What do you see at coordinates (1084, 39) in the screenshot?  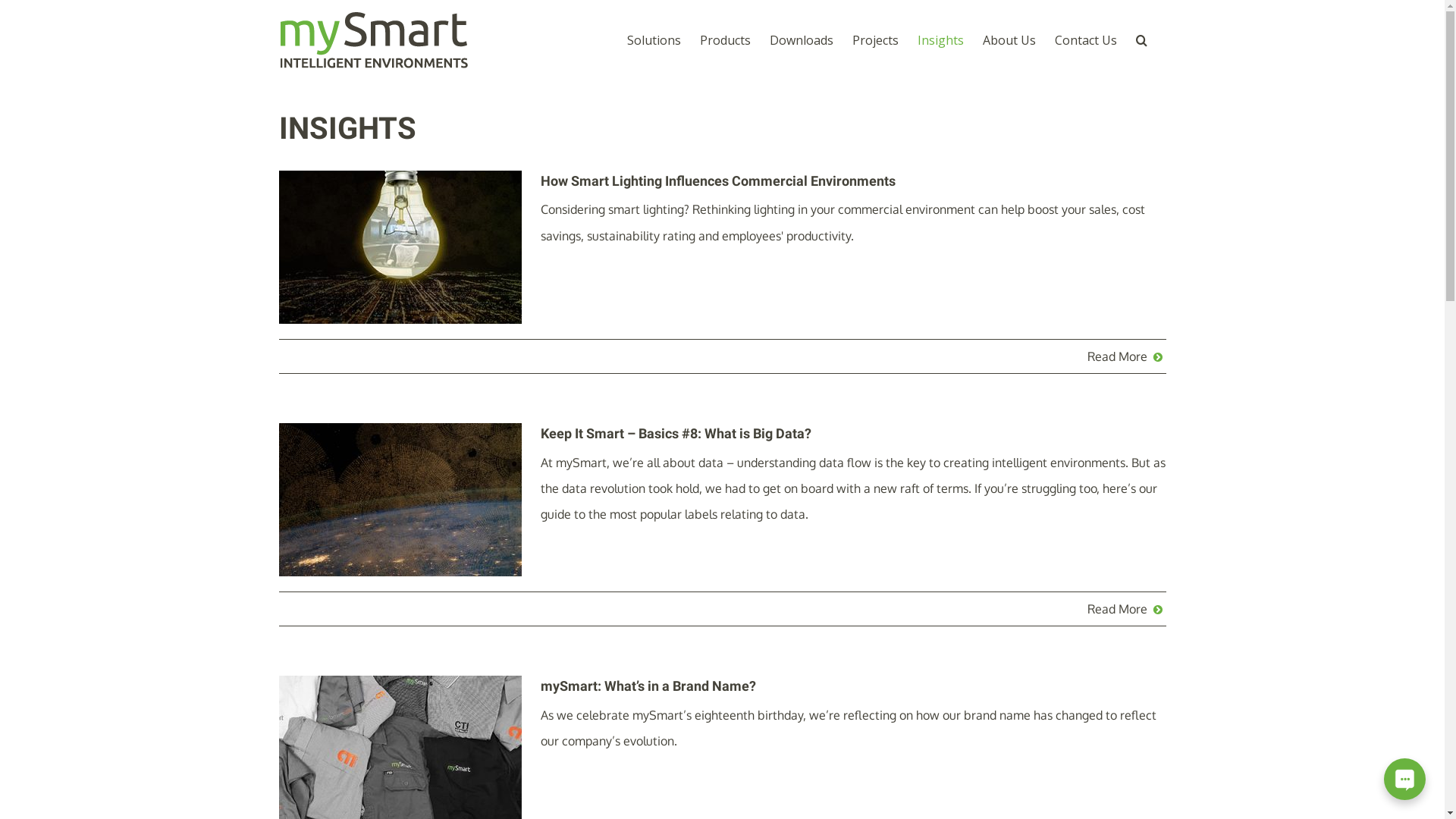 I see `'Contact Us'` at bounding box center [1084, 39].